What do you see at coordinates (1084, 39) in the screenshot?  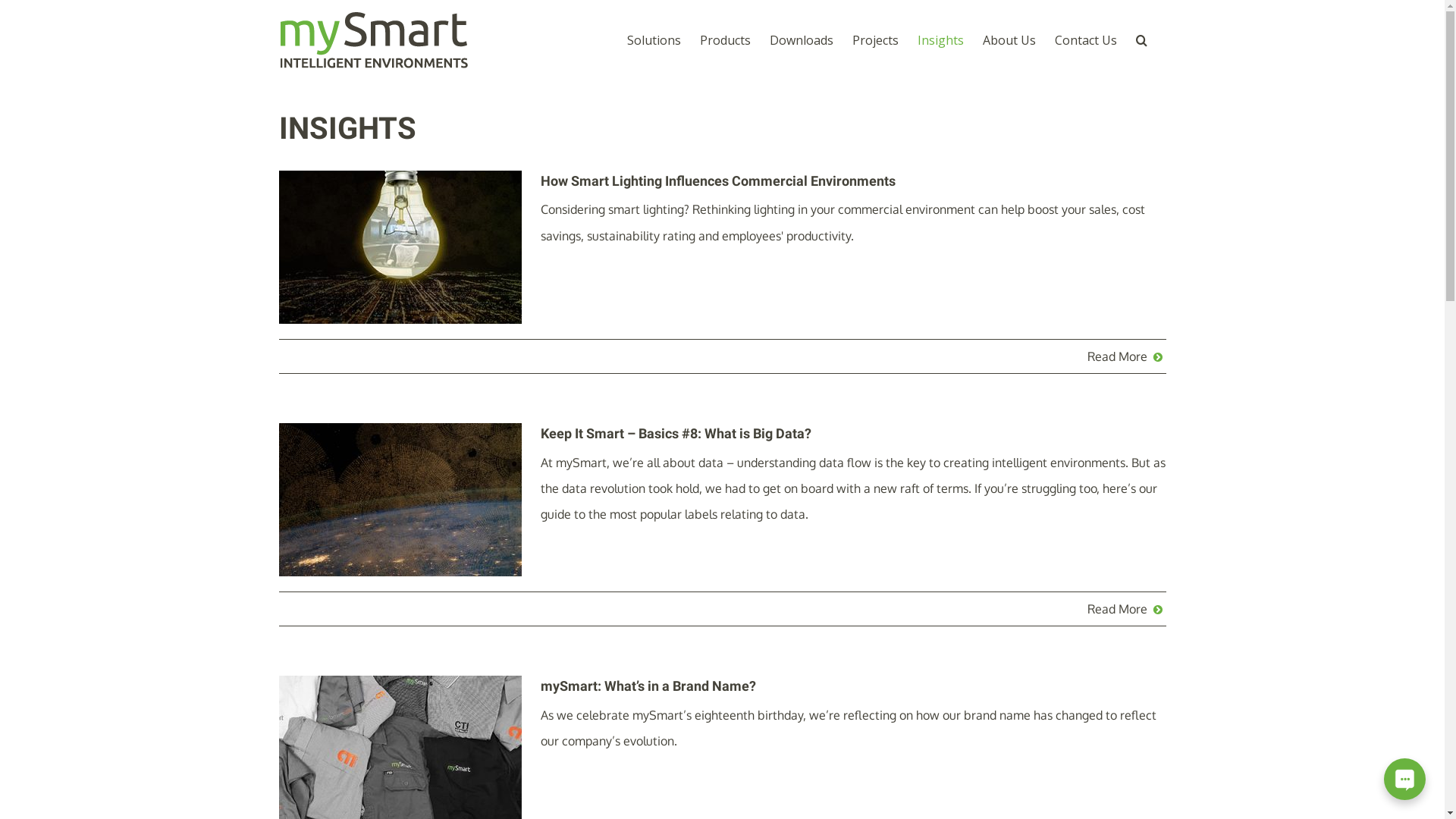 I see `'Contact Us'` at bounding box center [1084, 39].